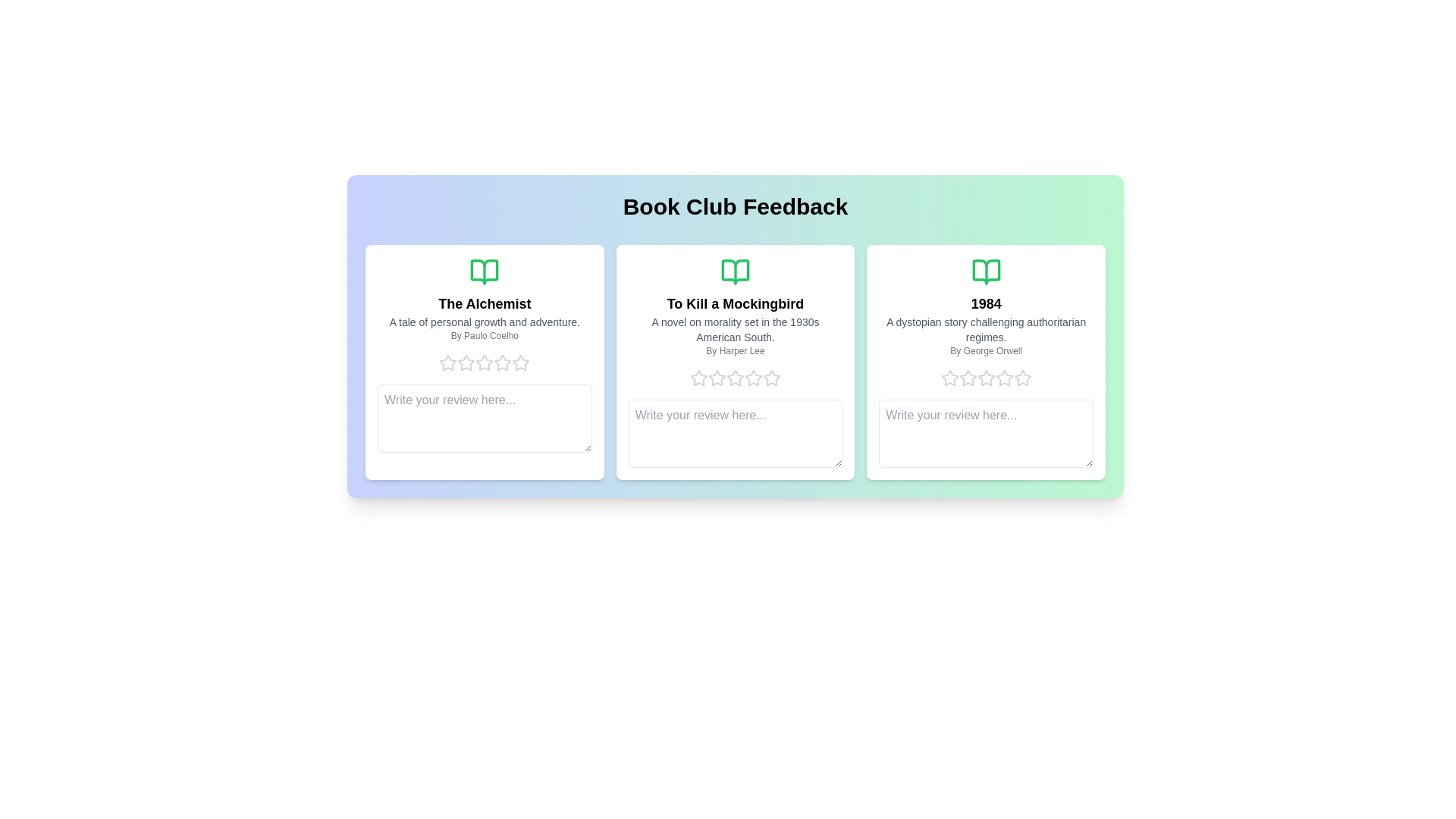  I want to click on the book icon located at the top center of the card titled 'The Alchemist', which visually represents the concept of reading, so click(484, 271).